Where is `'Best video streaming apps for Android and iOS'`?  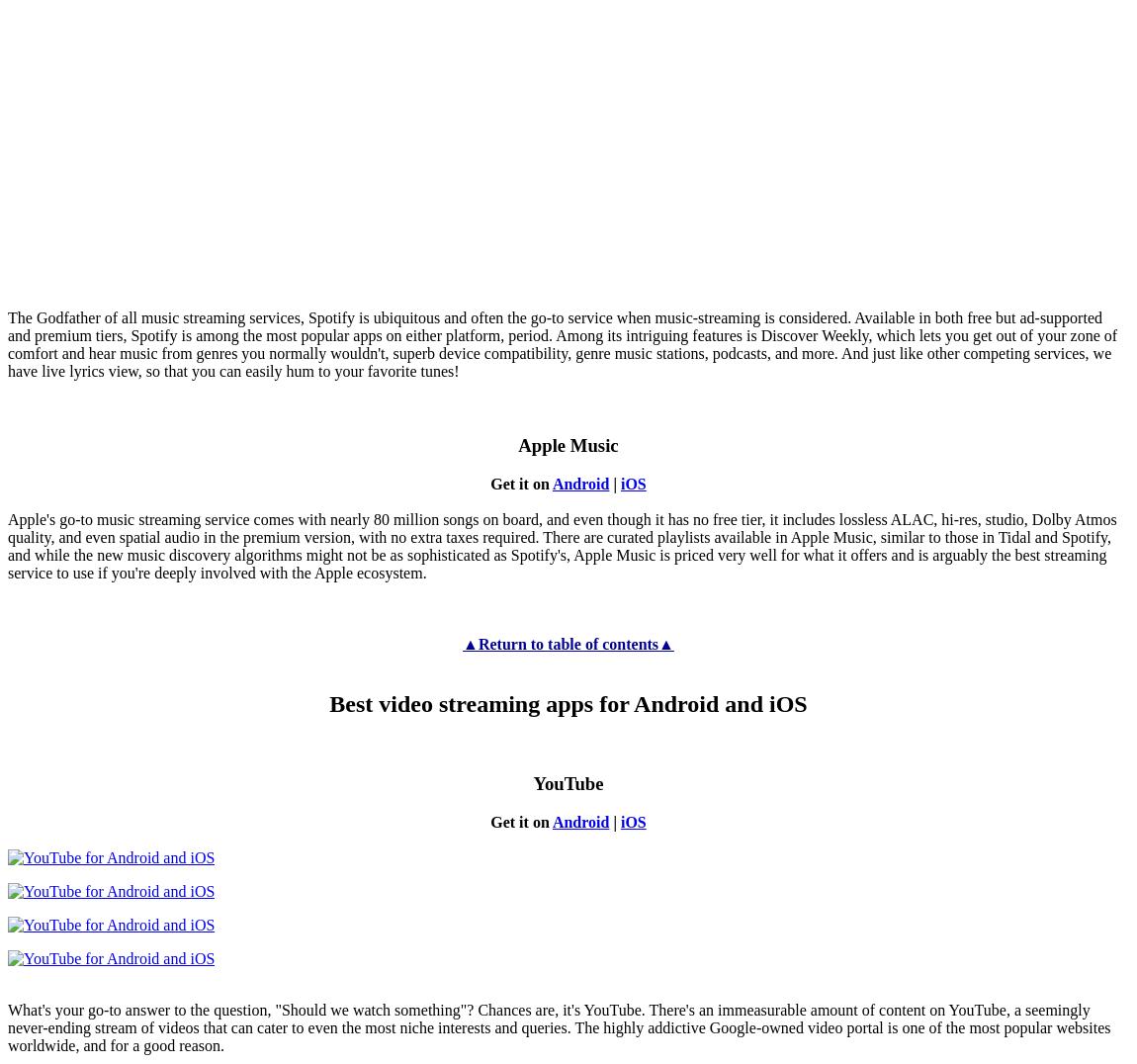 'Best video streaming apps for Android and iOS' is located at coordinates (568, 703).